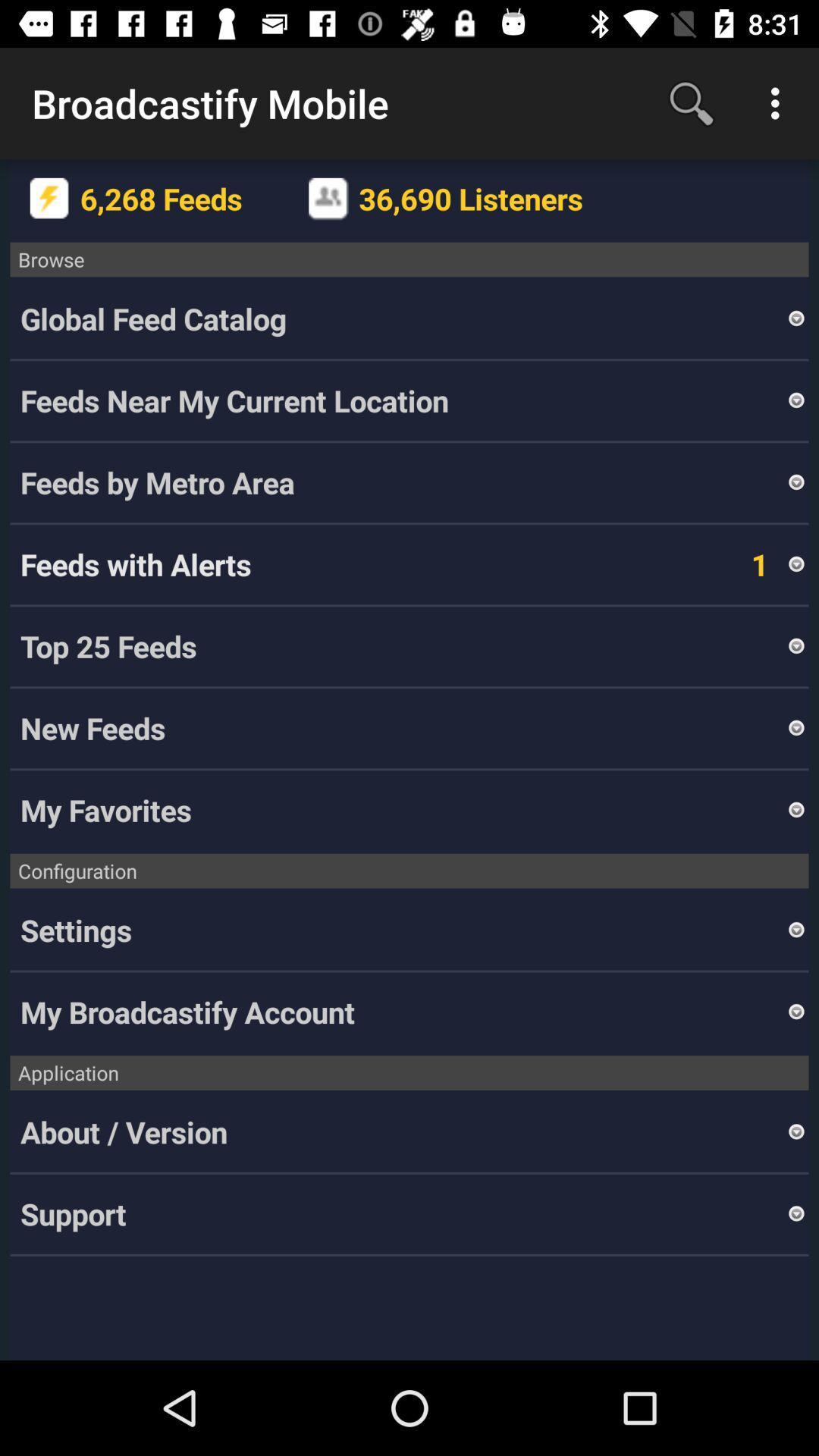  I want to click on icon above the top 25 feeds item, so click(795, 563).